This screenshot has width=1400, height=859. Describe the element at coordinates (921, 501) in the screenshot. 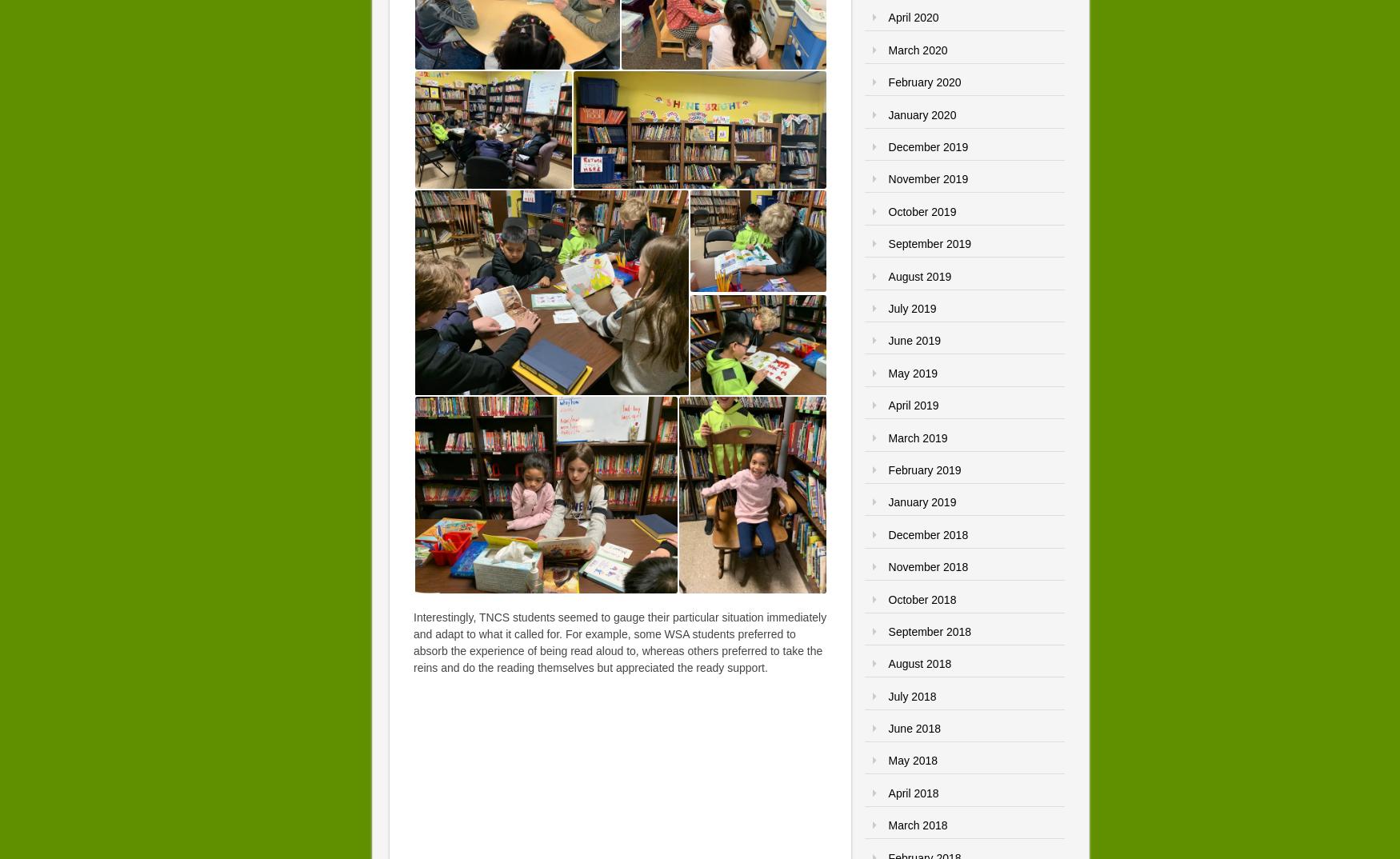

I see `'January 2019'` at that location.